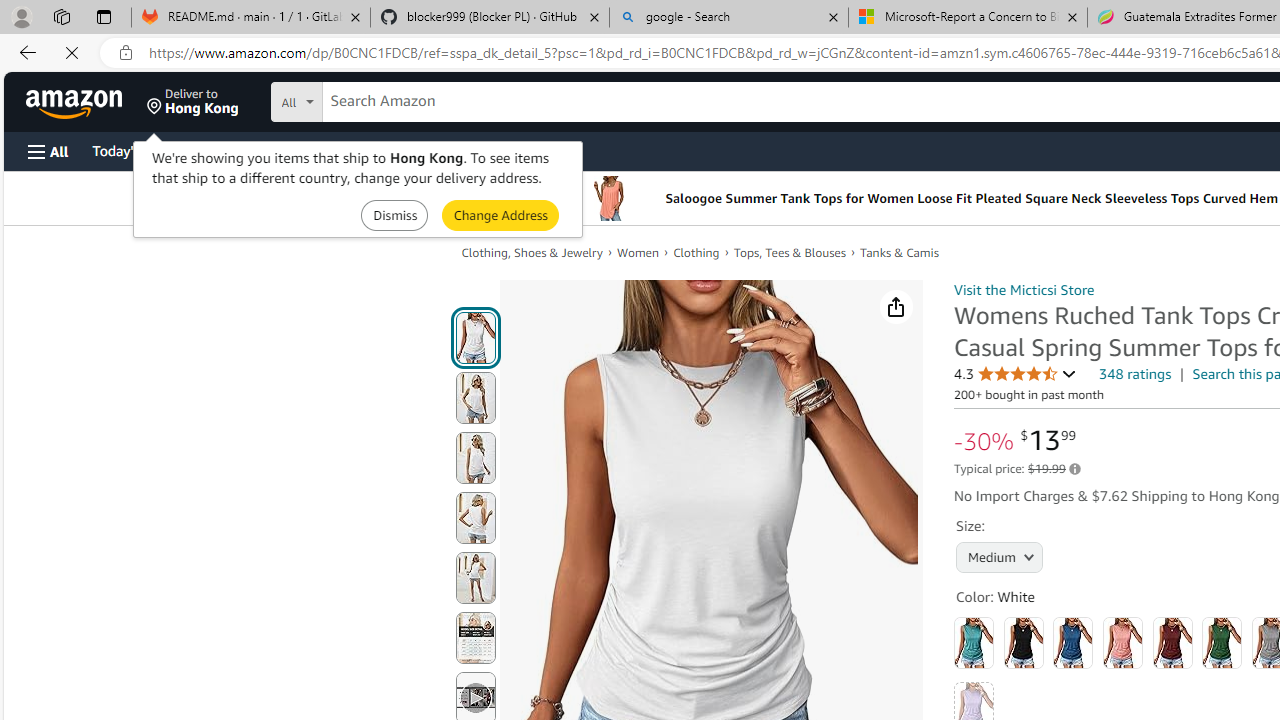  I want to click on 'Aqua', so click(974, 642).